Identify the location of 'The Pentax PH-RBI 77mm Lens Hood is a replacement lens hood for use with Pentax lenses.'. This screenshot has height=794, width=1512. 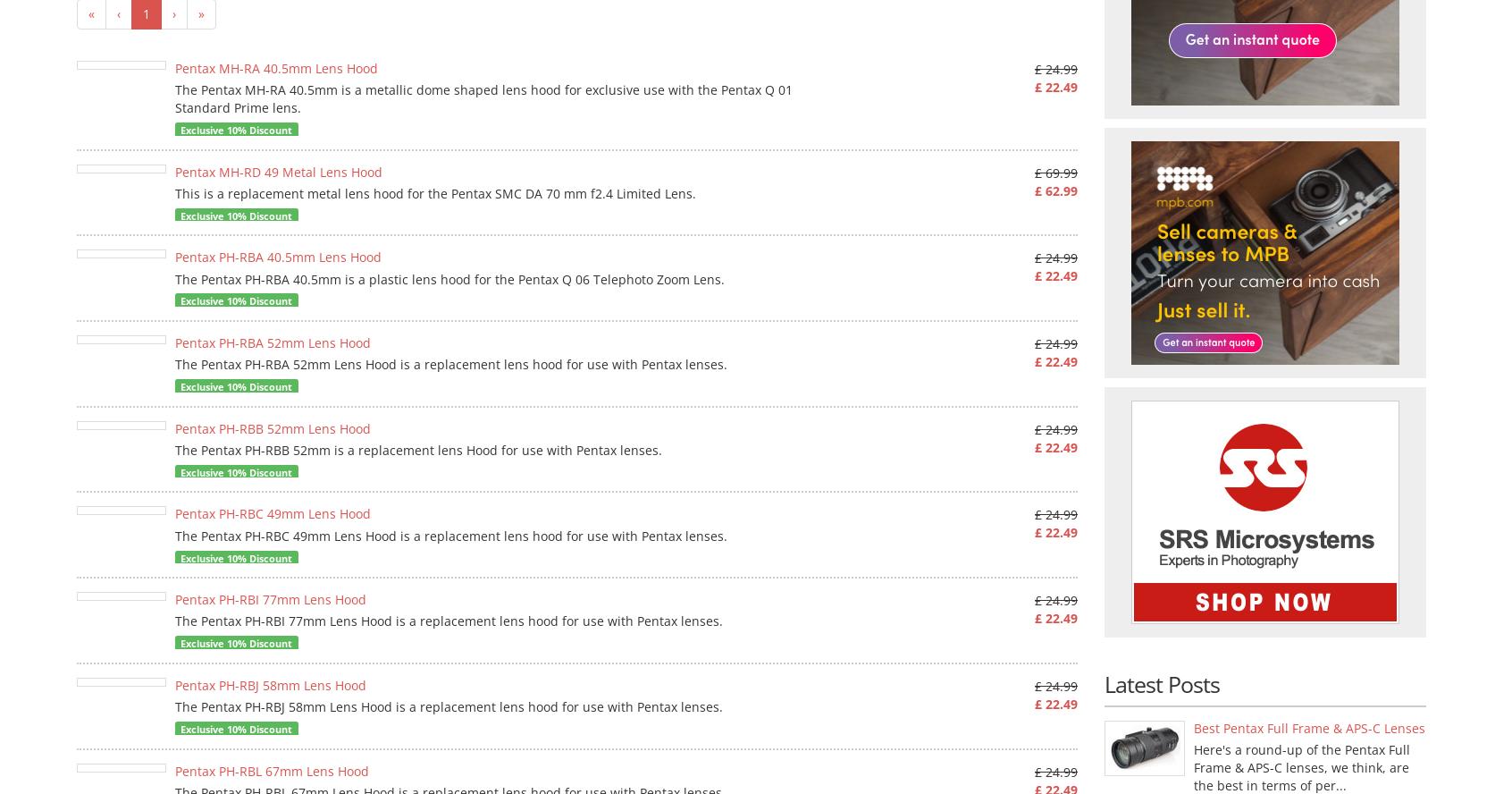
(449, 621).